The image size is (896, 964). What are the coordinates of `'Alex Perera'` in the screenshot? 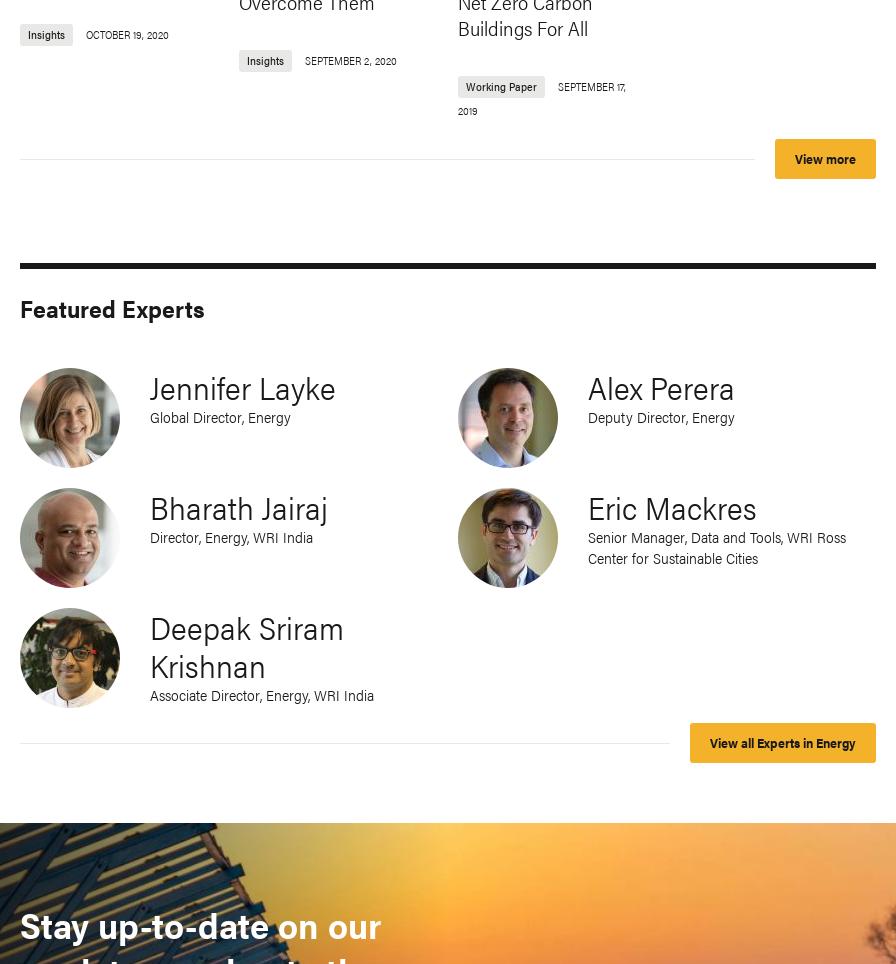 It's located at (661, 386).